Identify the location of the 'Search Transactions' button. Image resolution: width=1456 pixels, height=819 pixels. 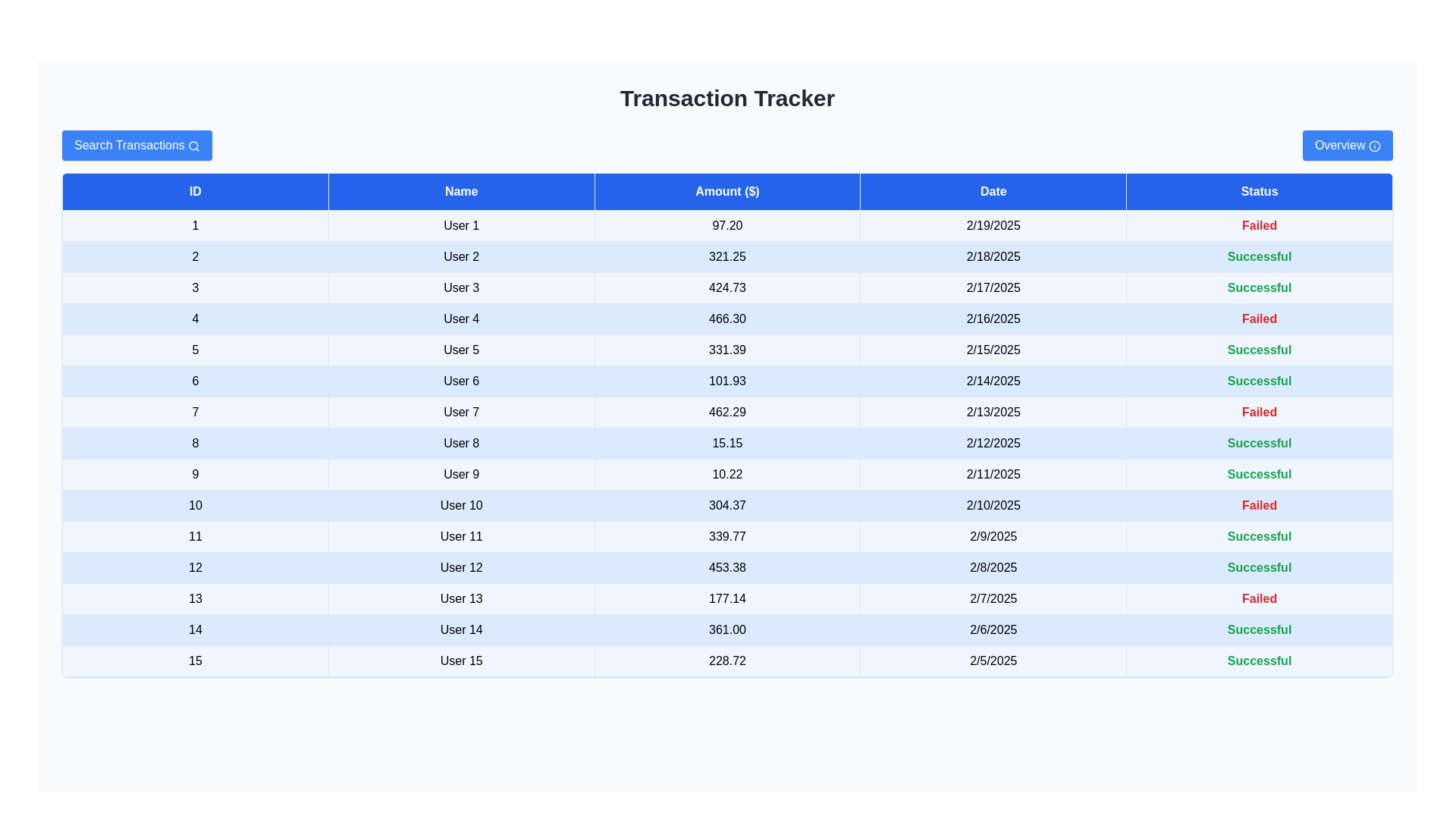
(137, 146).